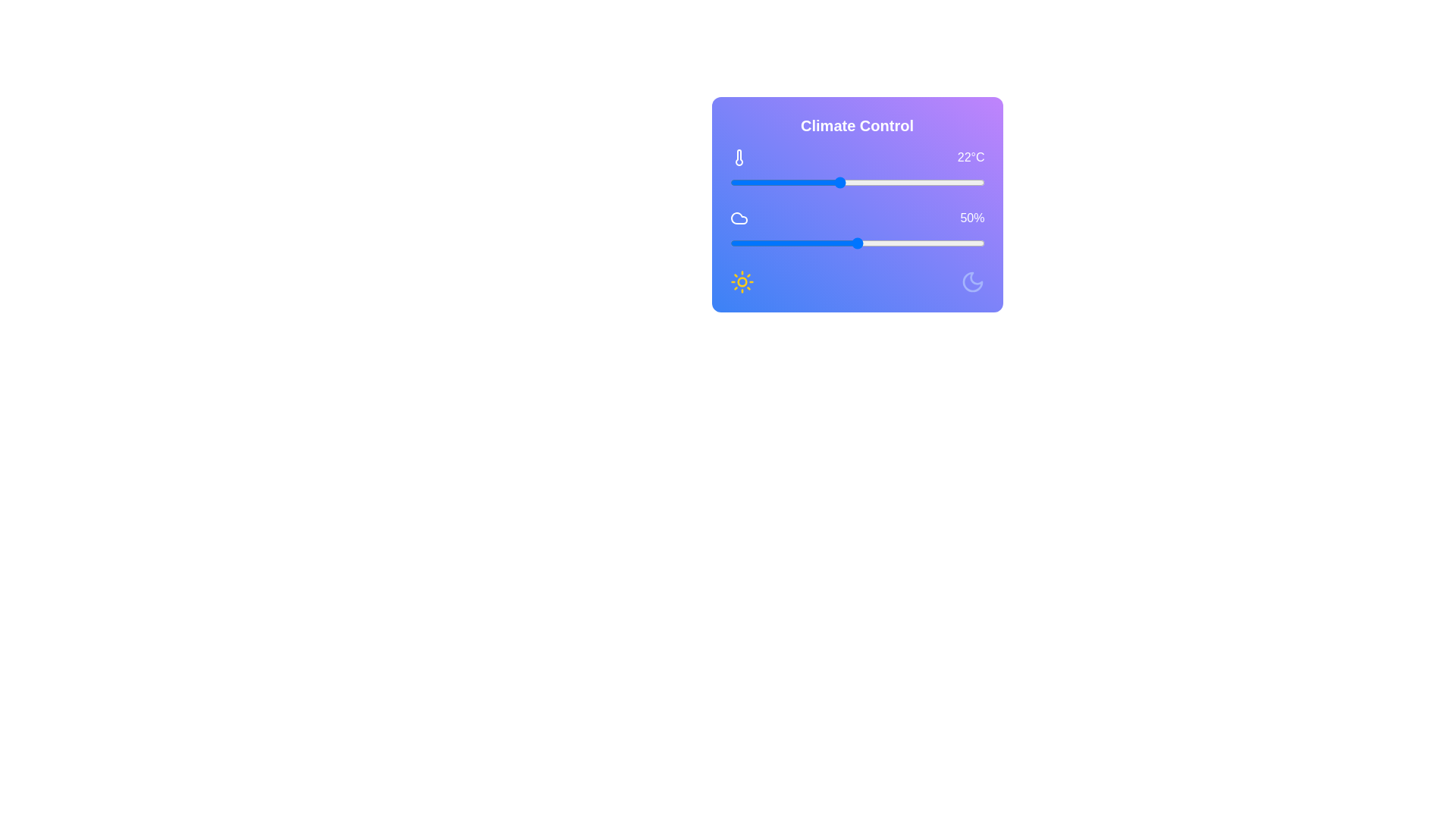 The height and width of the screenshot is (819, 1456). Describe the element at coordinates (746, 242) in the screenshot. I see `the slider value` at that location.